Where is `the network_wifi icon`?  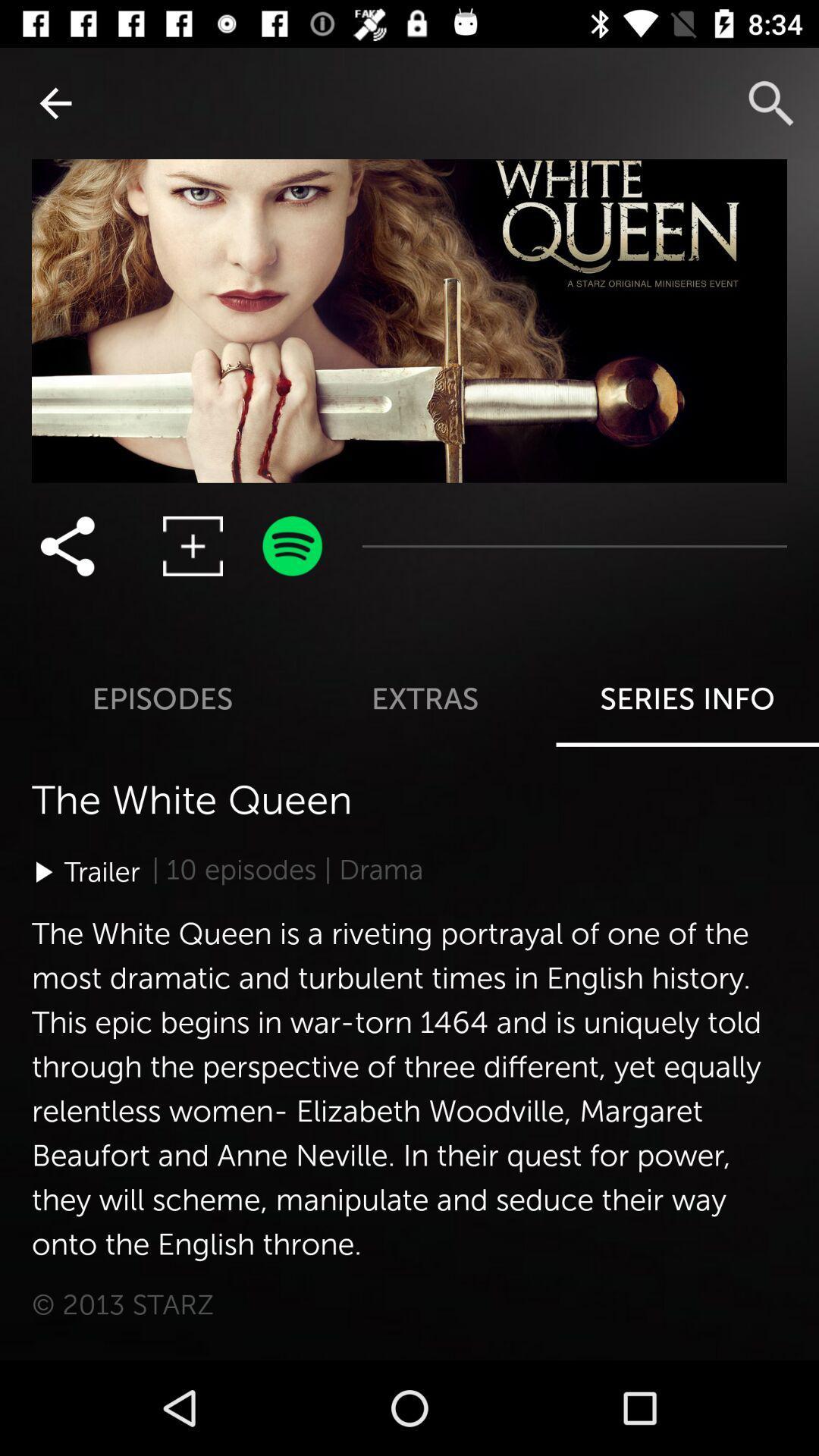
the network_wifi icon is located at coordinates (292, 546).